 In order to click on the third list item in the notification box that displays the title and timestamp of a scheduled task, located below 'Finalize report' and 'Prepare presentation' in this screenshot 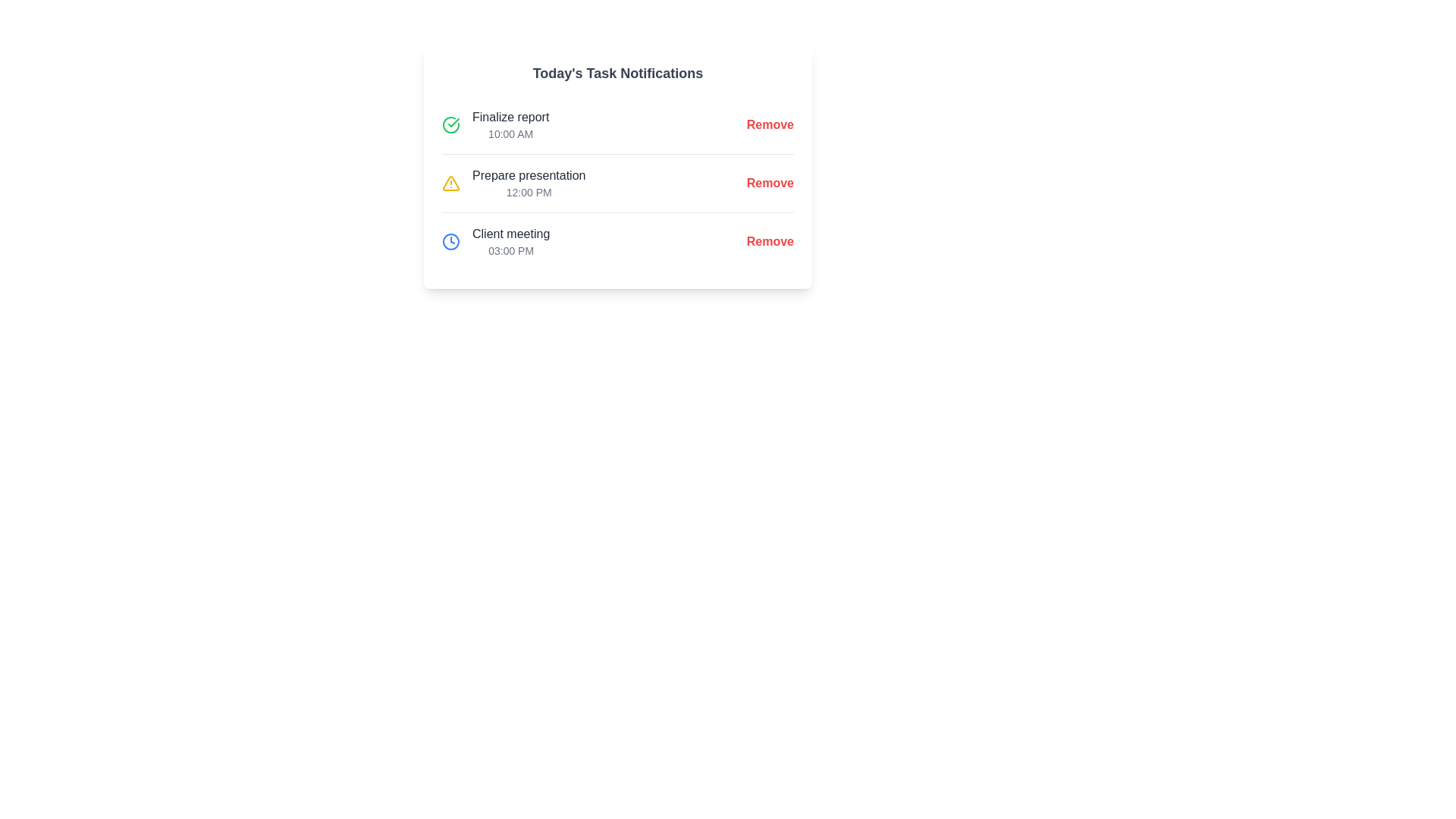, I will do `click(496, 241)`.